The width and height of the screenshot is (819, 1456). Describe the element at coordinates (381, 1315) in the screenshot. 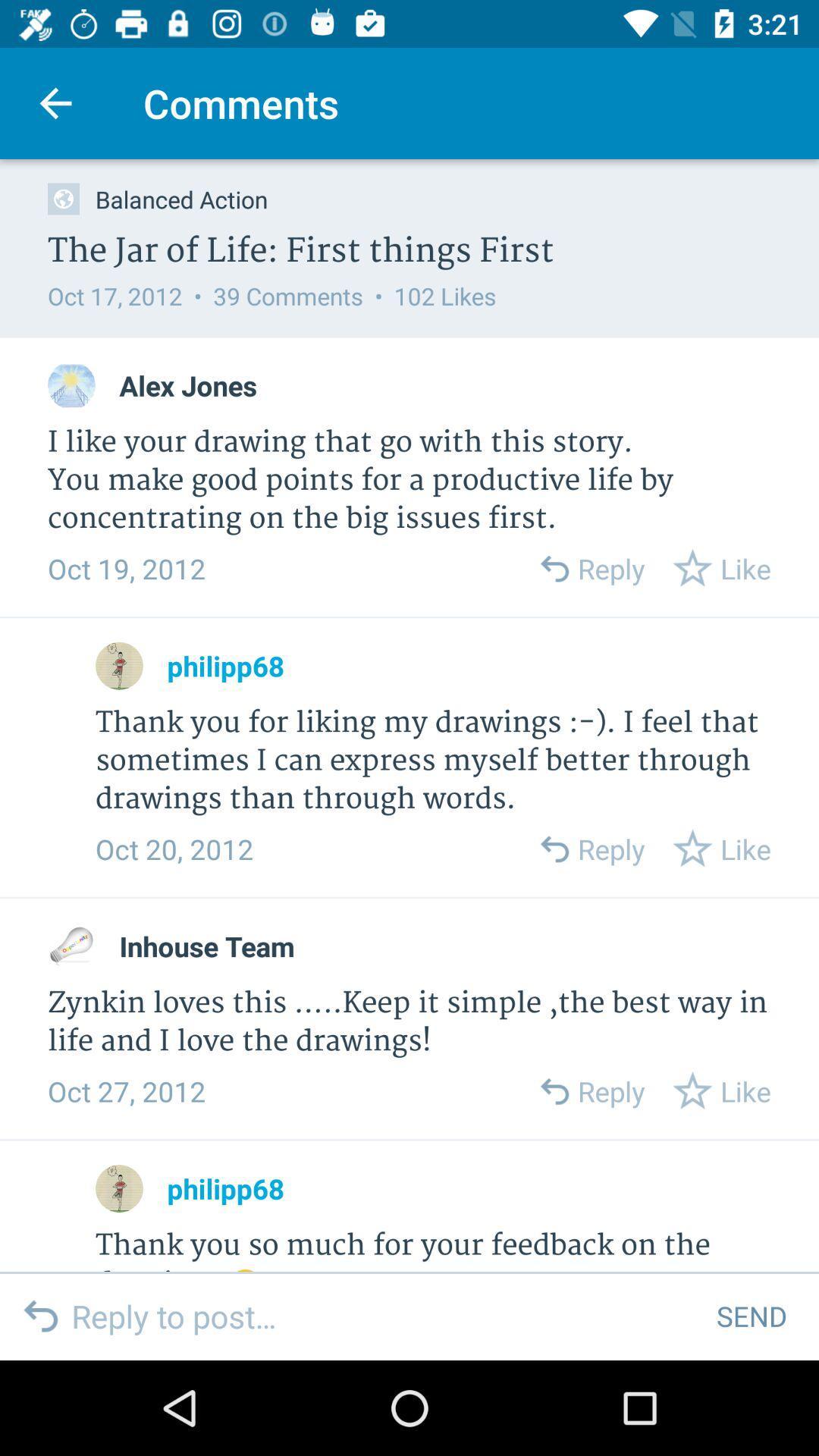

I see `icon to the left of send icon` at that location.